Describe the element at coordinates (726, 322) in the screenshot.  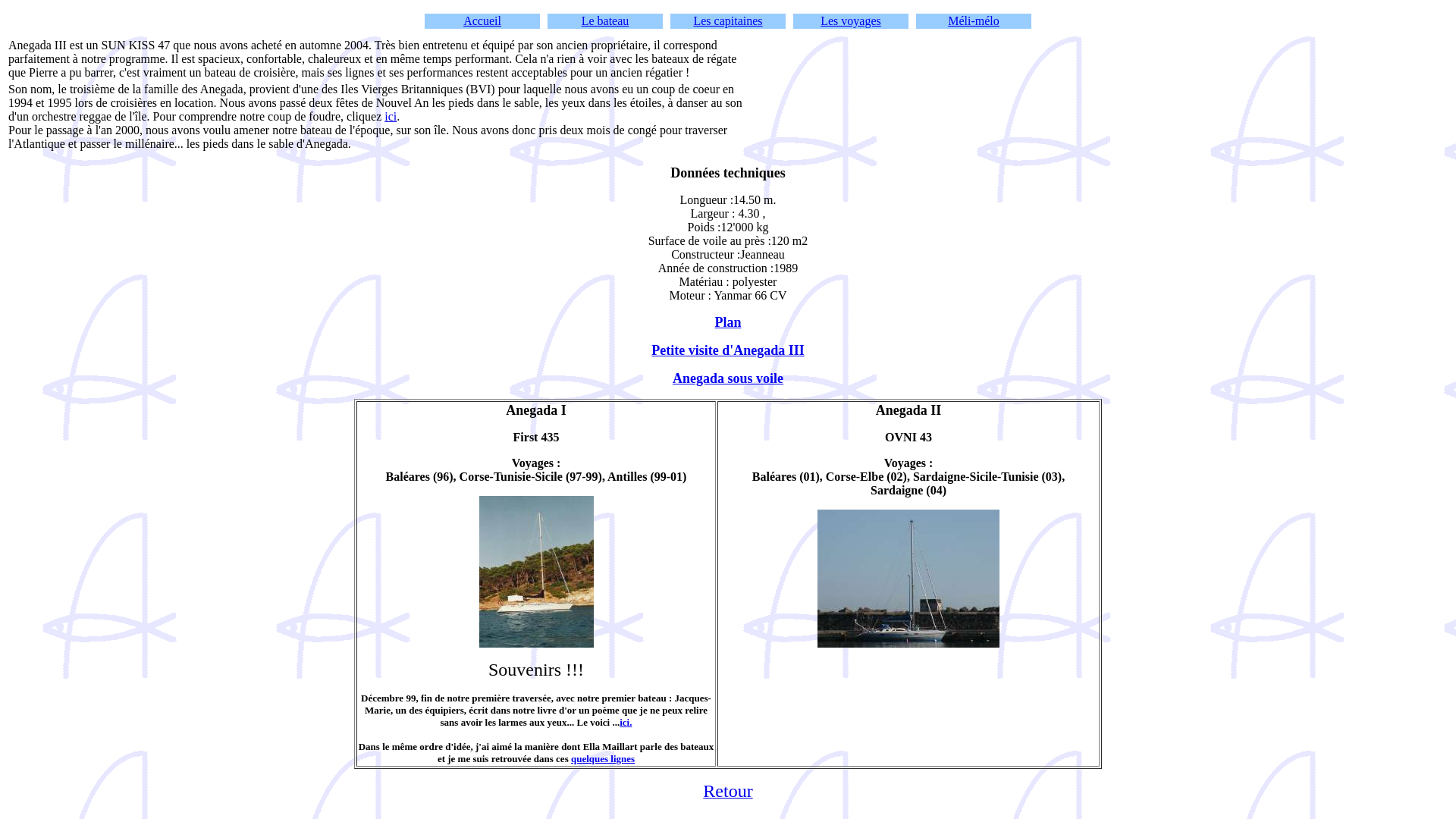
I see `'Plan'` at that location.